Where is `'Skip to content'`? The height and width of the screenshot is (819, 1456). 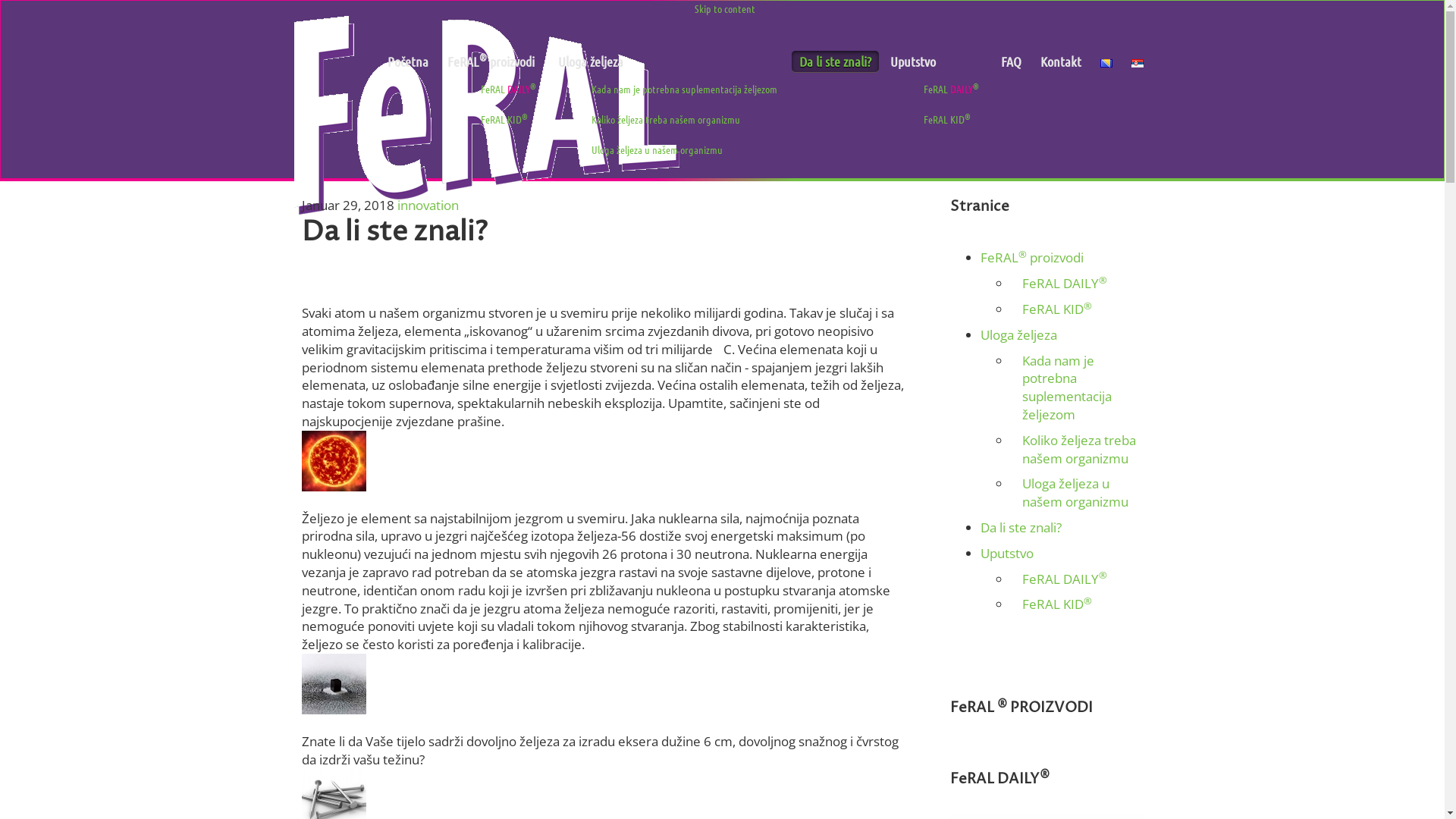 'Skip to content' is located at coordinates (694, 8).